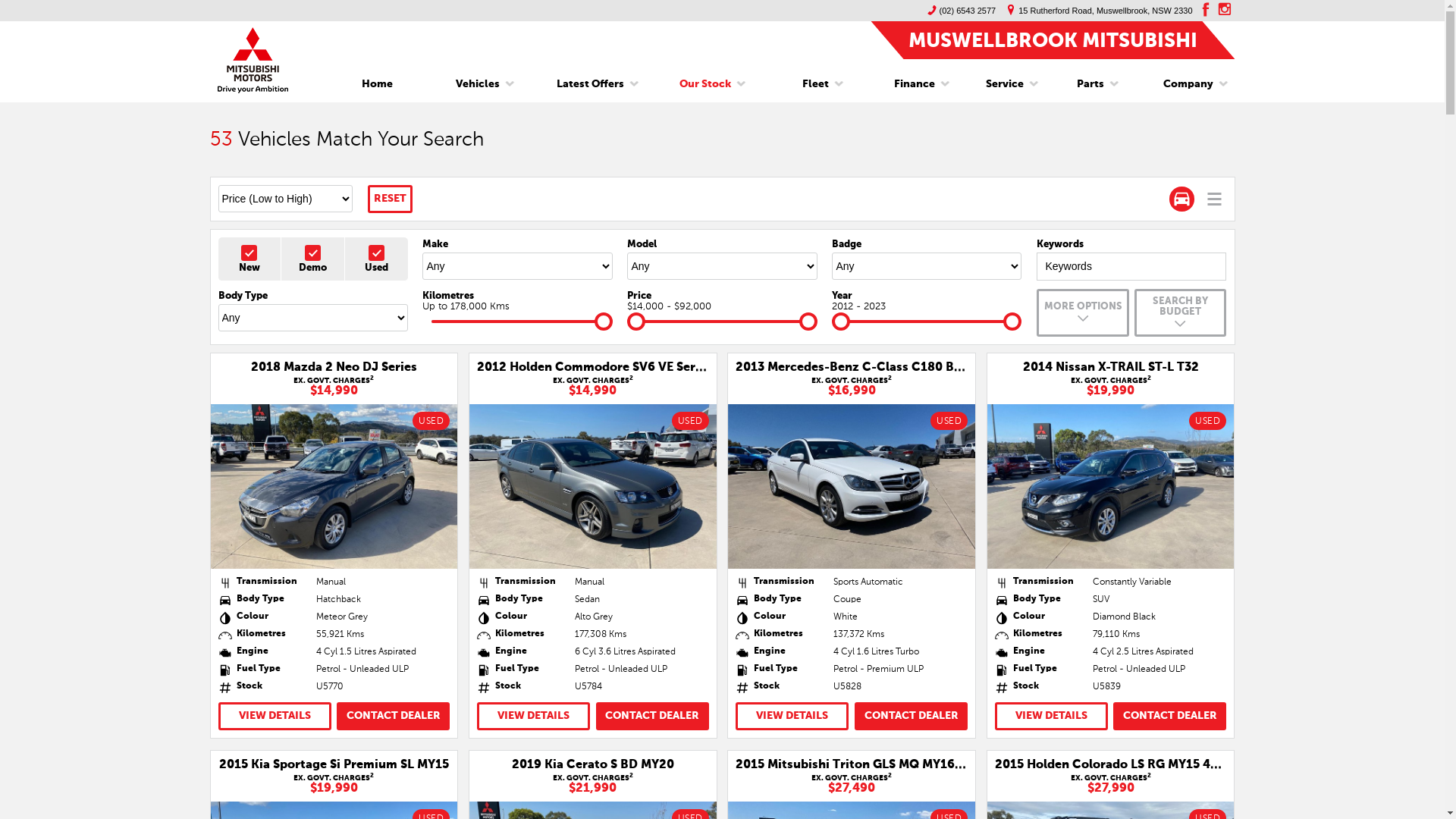  Describe the element at coordinates (814, 84) in the screenshot. I see `'Fleet'` at that location.